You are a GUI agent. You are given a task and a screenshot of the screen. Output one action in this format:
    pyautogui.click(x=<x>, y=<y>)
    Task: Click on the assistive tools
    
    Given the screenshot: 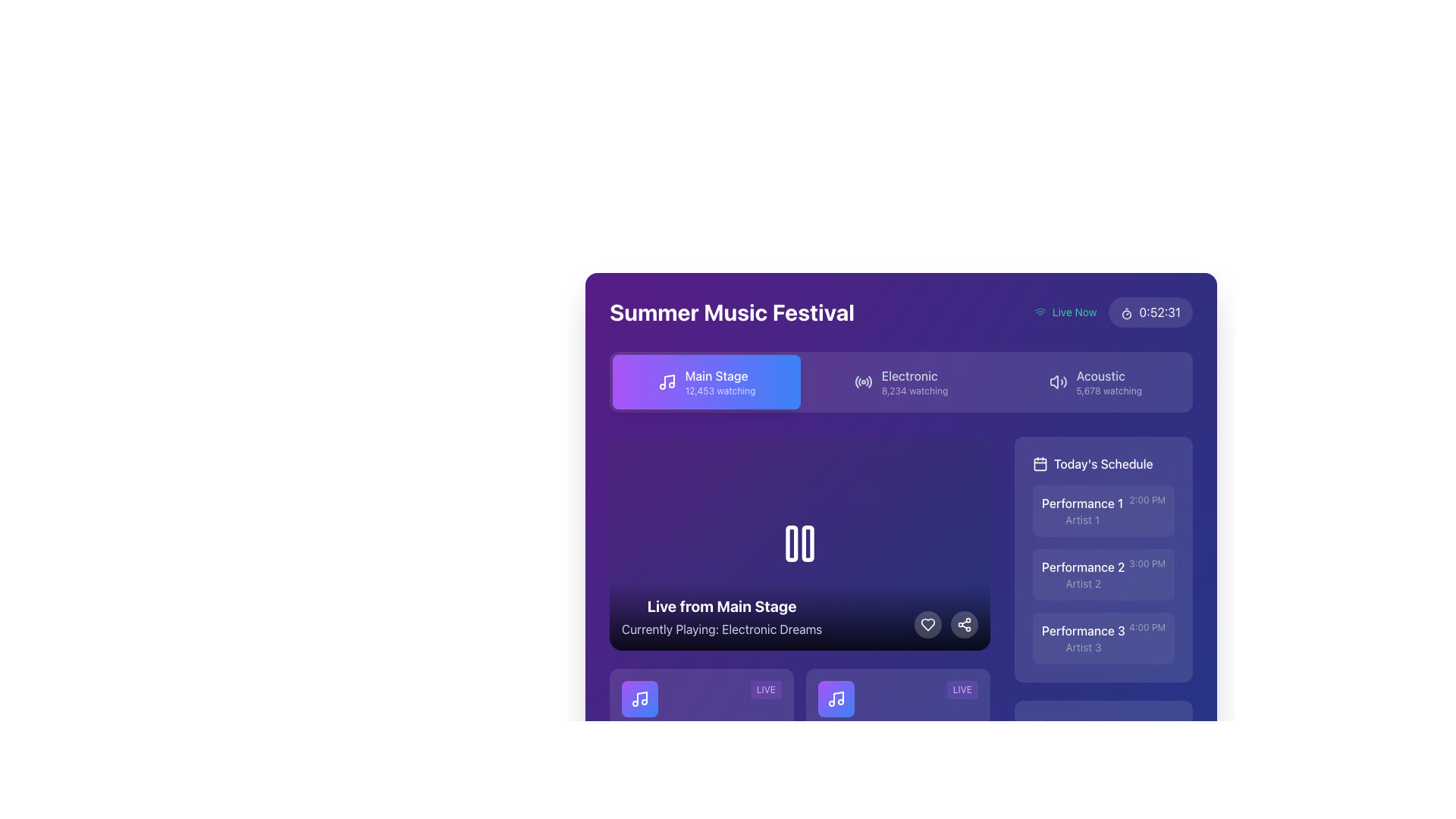 What is the action you would take?
    pyautogui.click(x=914, y=391)
    